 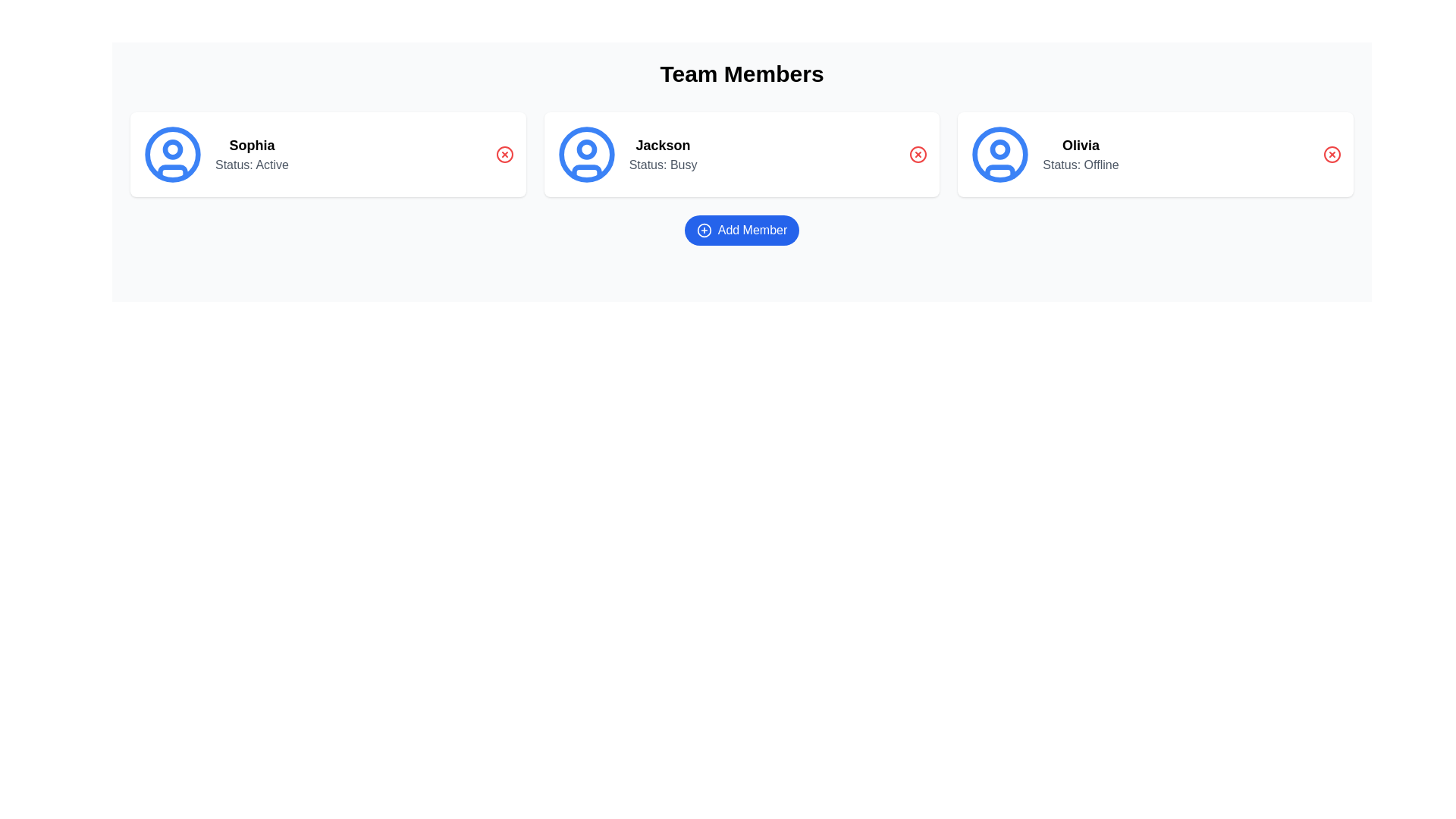 I want to click on the user avatar icon representing 'Sophia Status: Active' located to the left of the text within the first card, so click(x=172, y=155).